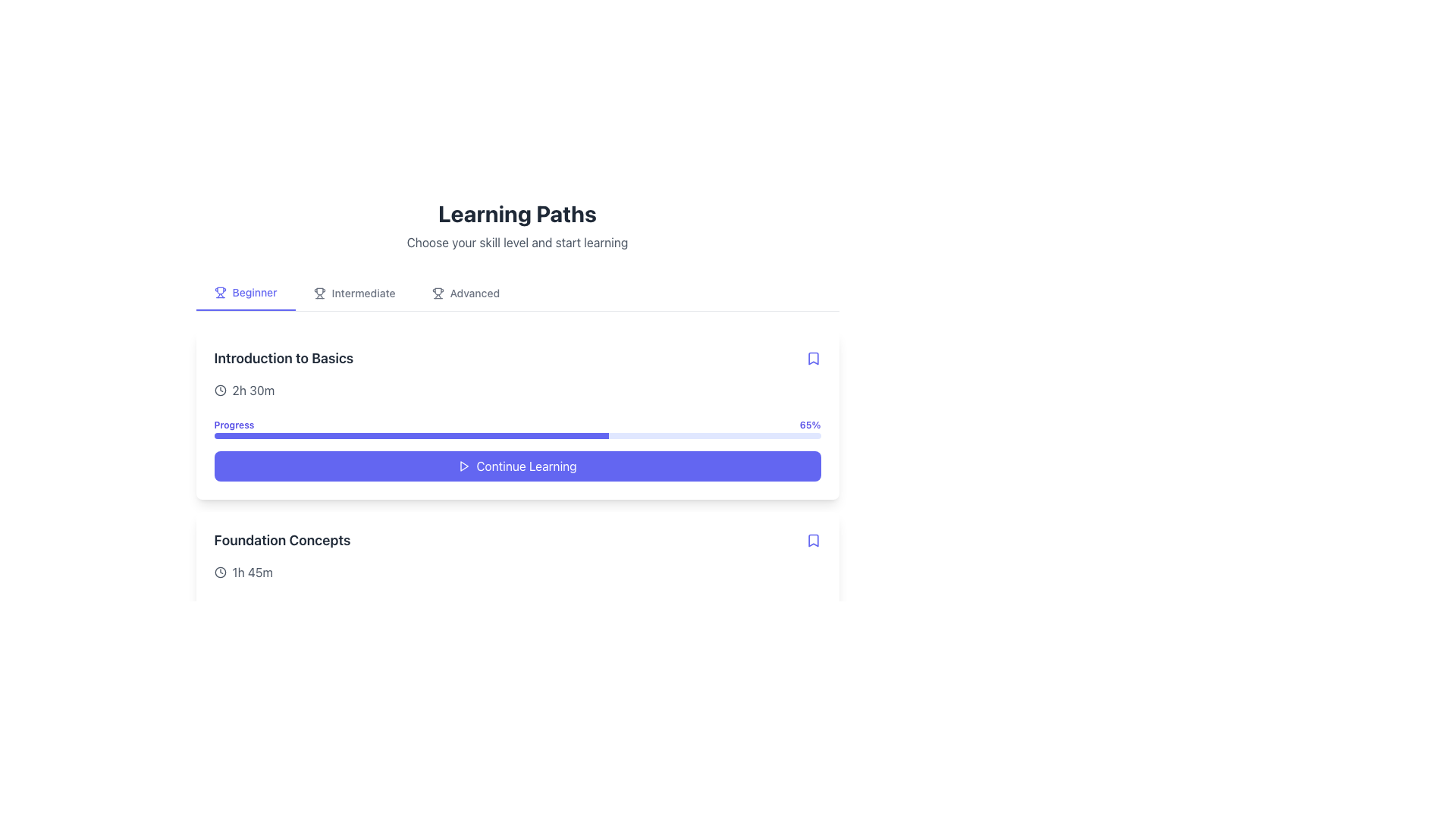  Describe the element at coordinates (809, 425) in the screenshot. I see `progress percentage text displayed at the top-right corner of the progress indicator bar associated with the 'Introduction to Basics' section` at that location.